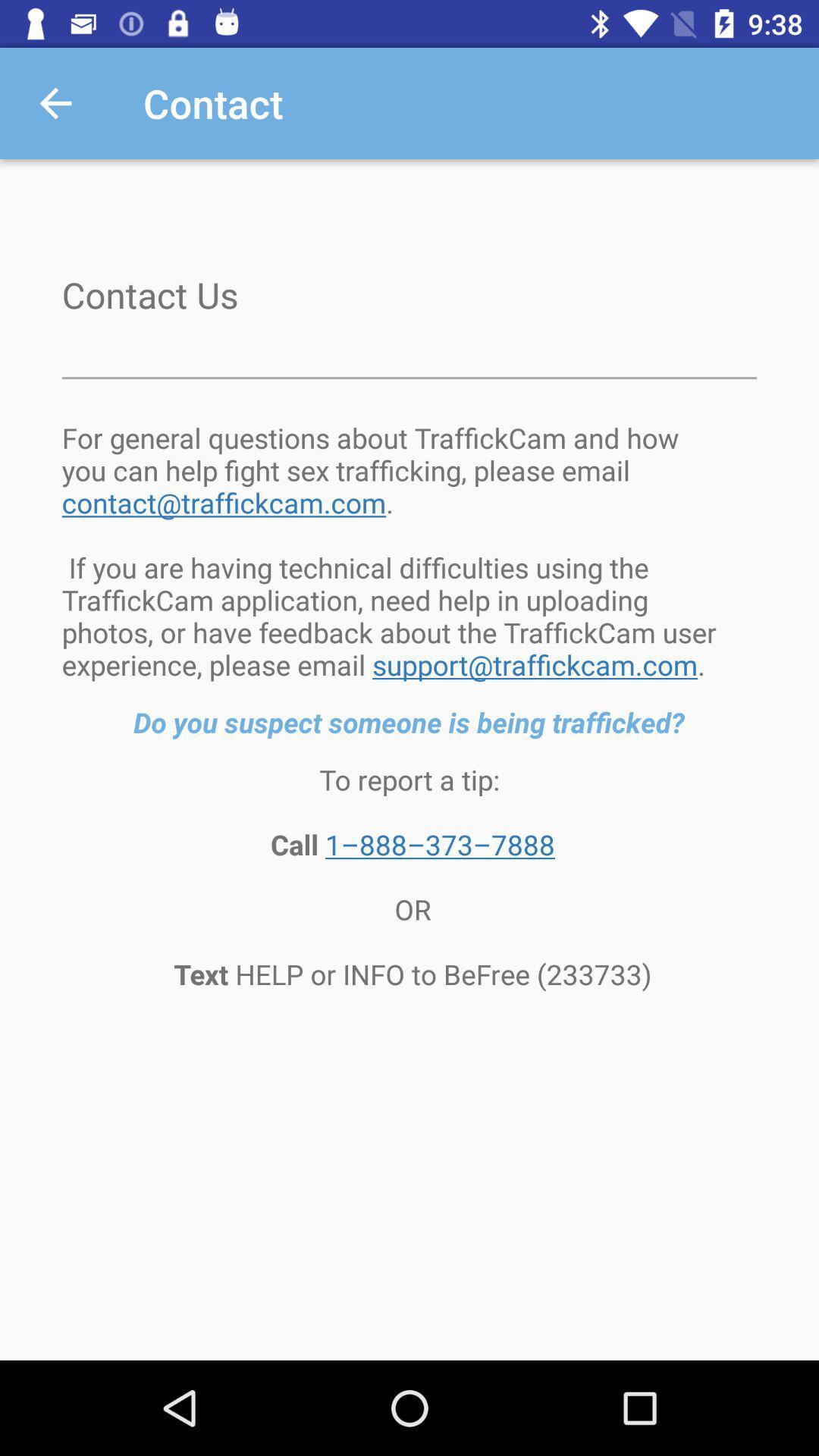 This screenshot has height=1456, width=819. What do you see at coordinates (409, 551) in the screenshot?
I see `the for general questions item` at bounding box center [409, 551].